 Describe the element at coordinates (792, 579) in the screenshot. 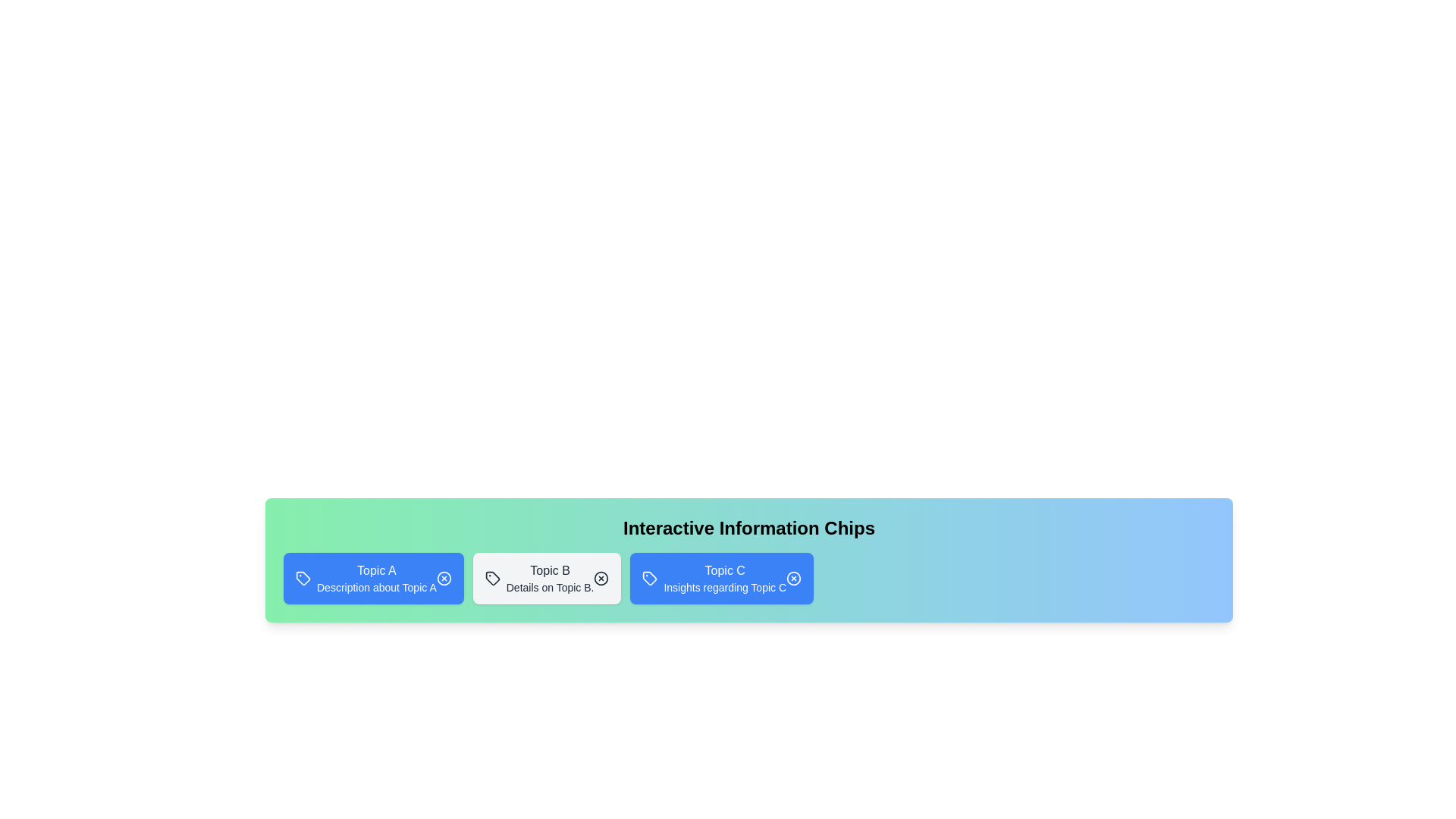

I see `the close button of the chip labeled Topic C` at that location.